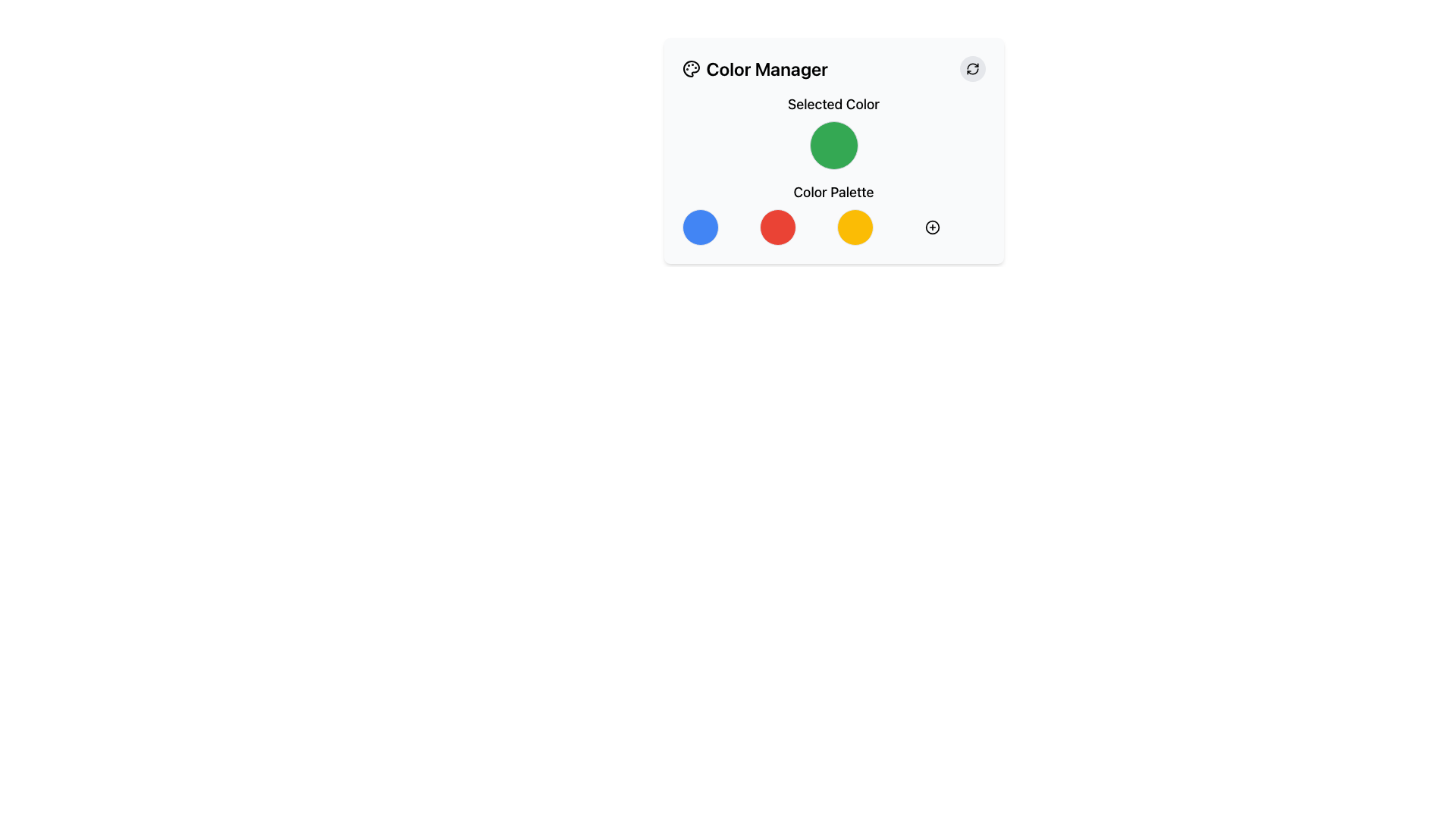  I want to click on the circular artist's palette icon located in the top-left corner of the 'Color Manager' interface, which is immediately to the left of the 'Color Manager' title text, so click(690, 69).